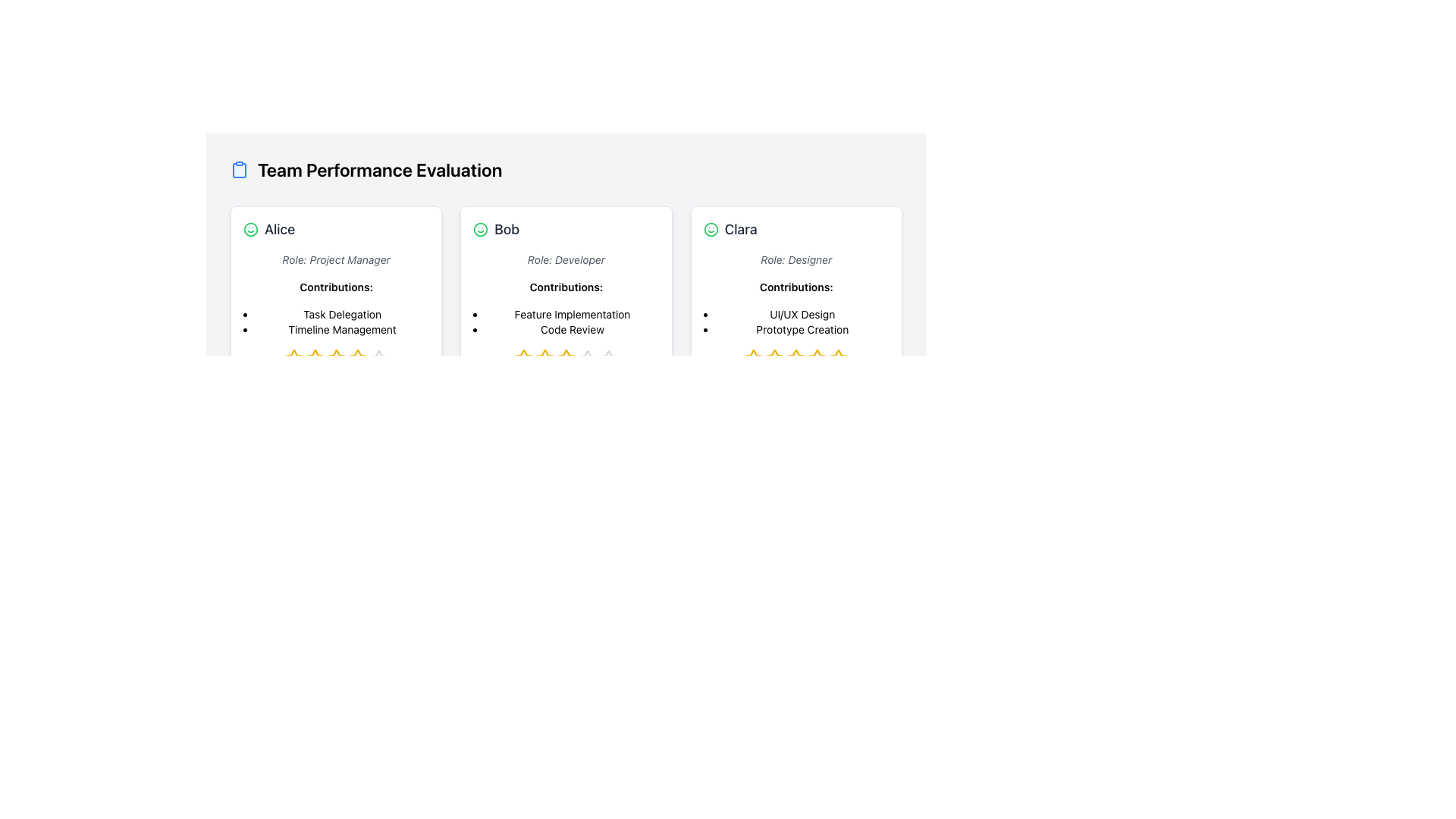  Describe the element at coordinates (524, 358) in the screenshot. I see `the third star rating icon in the 'Bob' section of the 'Team Performance Evaluation'` at that location.